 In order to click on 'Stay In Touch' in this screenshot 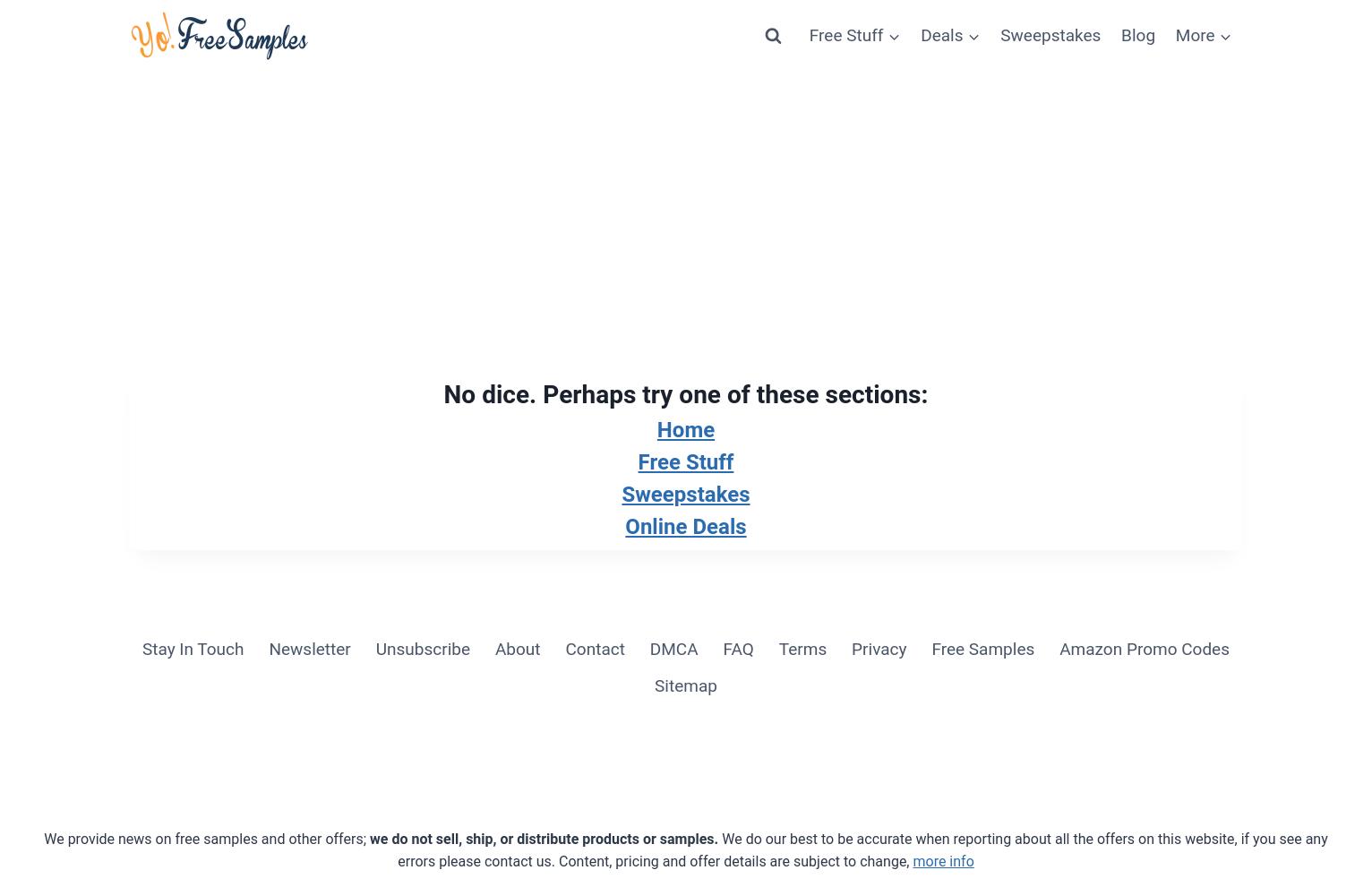, I will do `click(192, 647)`.